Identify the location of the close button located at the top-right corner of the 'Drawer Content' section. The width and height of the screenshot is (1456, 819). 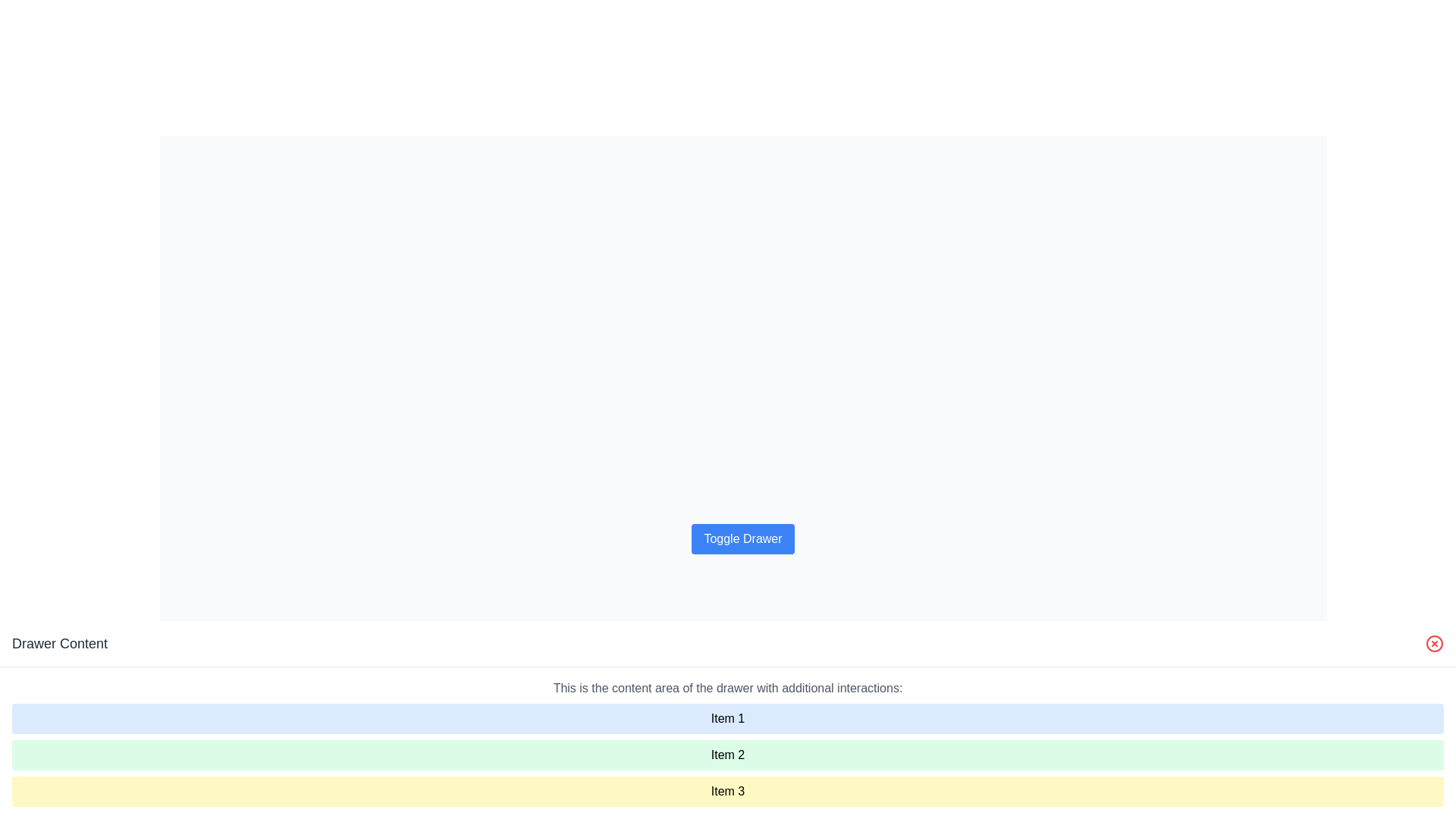
(1433, 643).